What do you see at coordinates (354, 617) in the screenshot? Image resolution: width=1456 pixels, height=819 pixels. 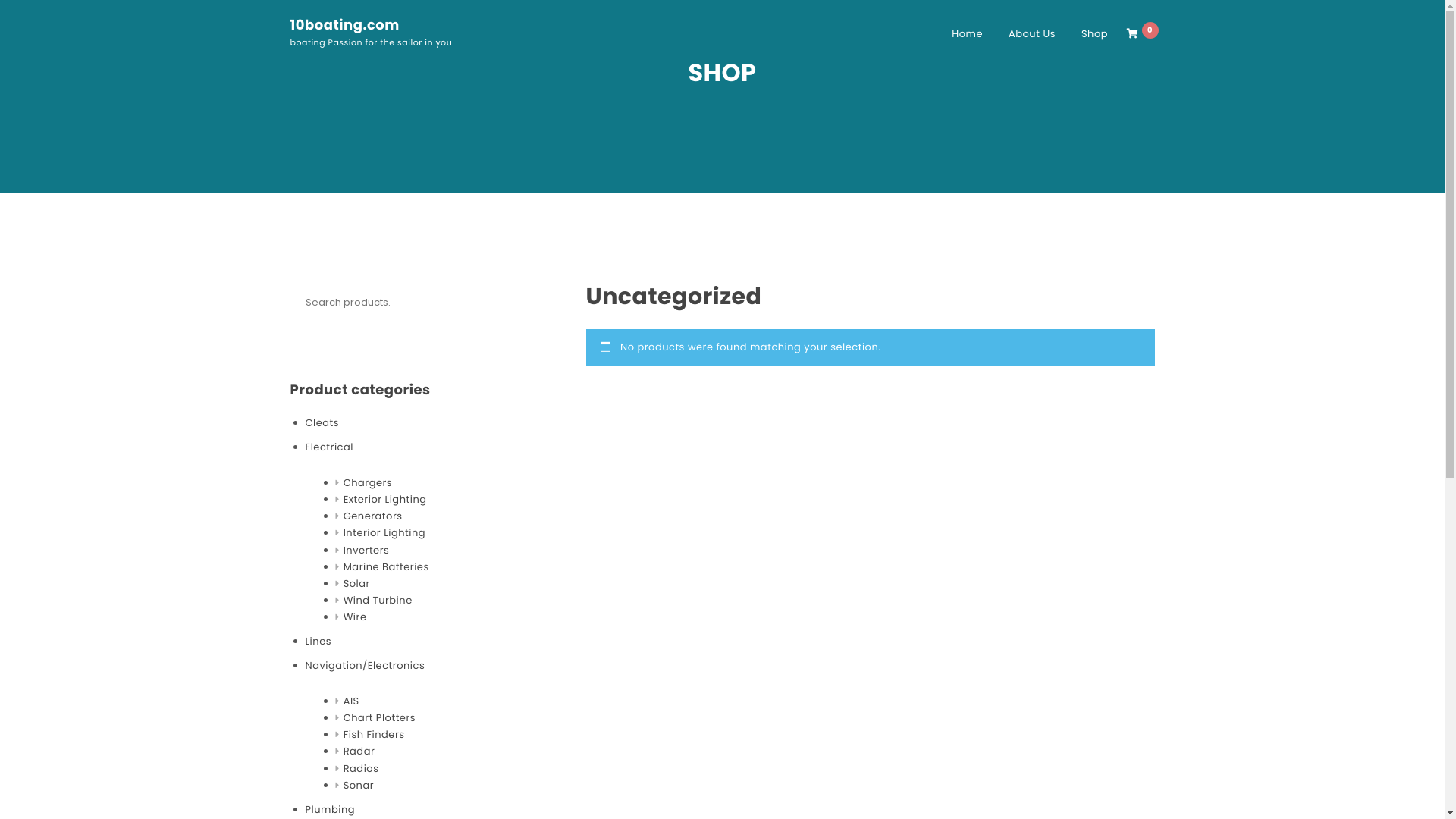 I see `'Wire'` at bounding box center [354, 617].